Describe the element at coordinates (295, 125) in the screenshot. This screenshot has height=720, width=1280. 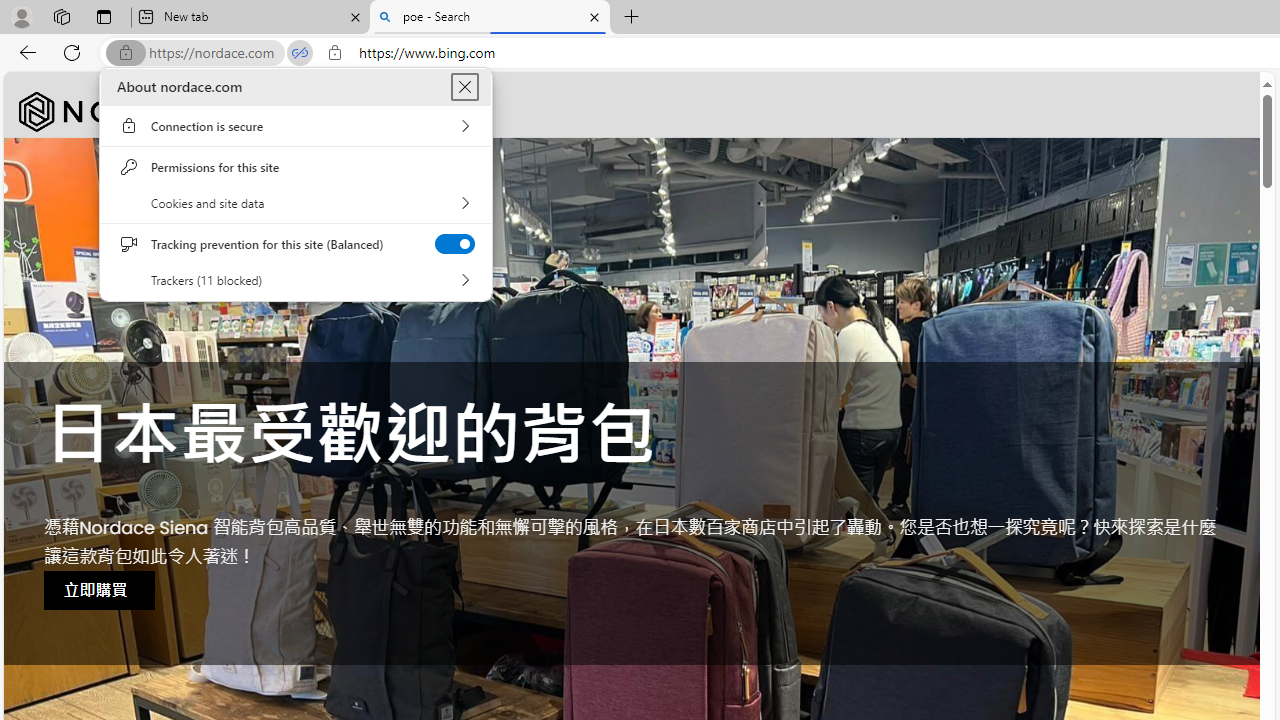
I see `'Connection is secure'` at that location.